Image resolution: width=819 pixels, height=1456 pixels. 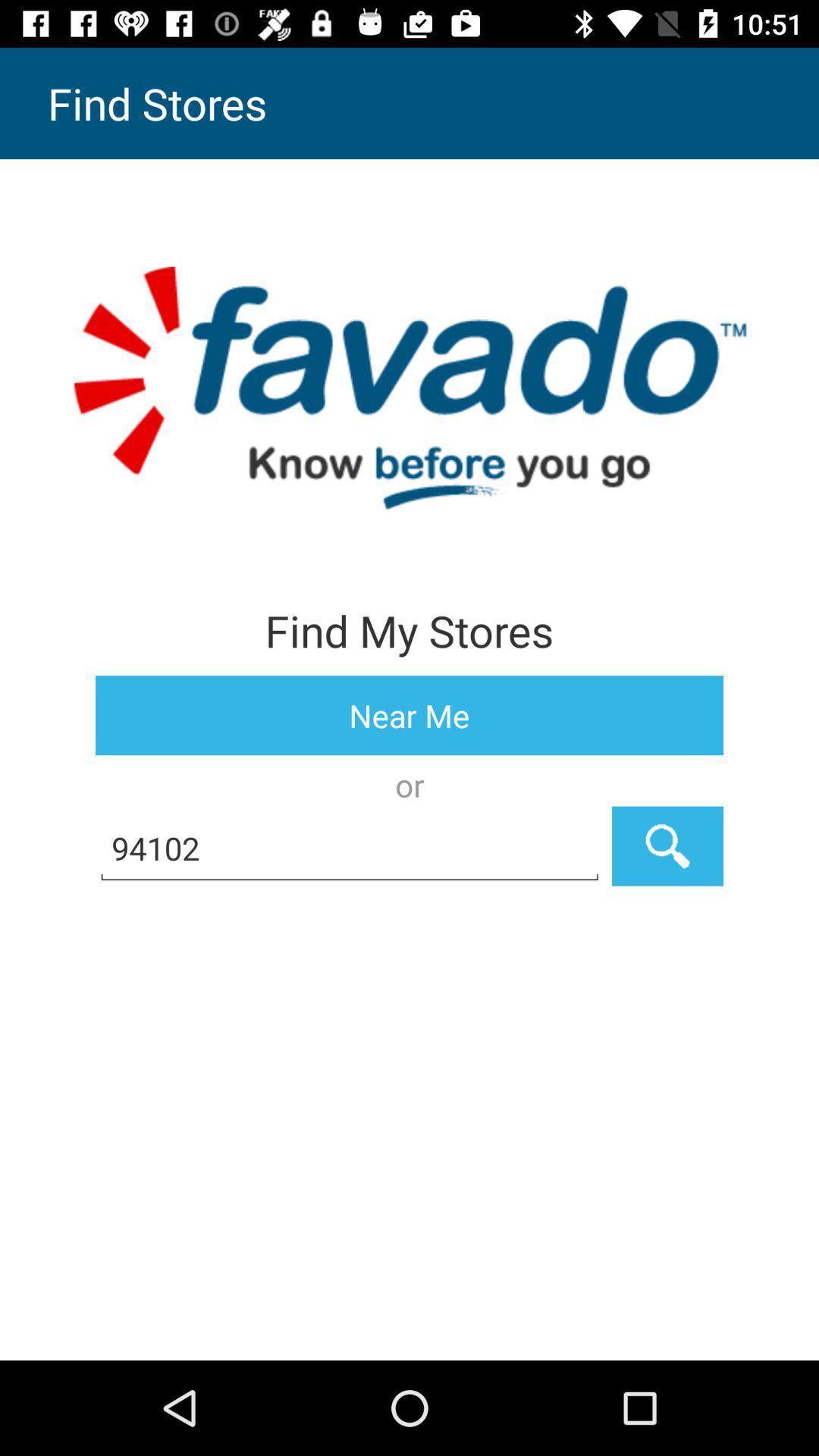 I want to click on item to the right of the 94102 icon, so click(x=667, y=846).